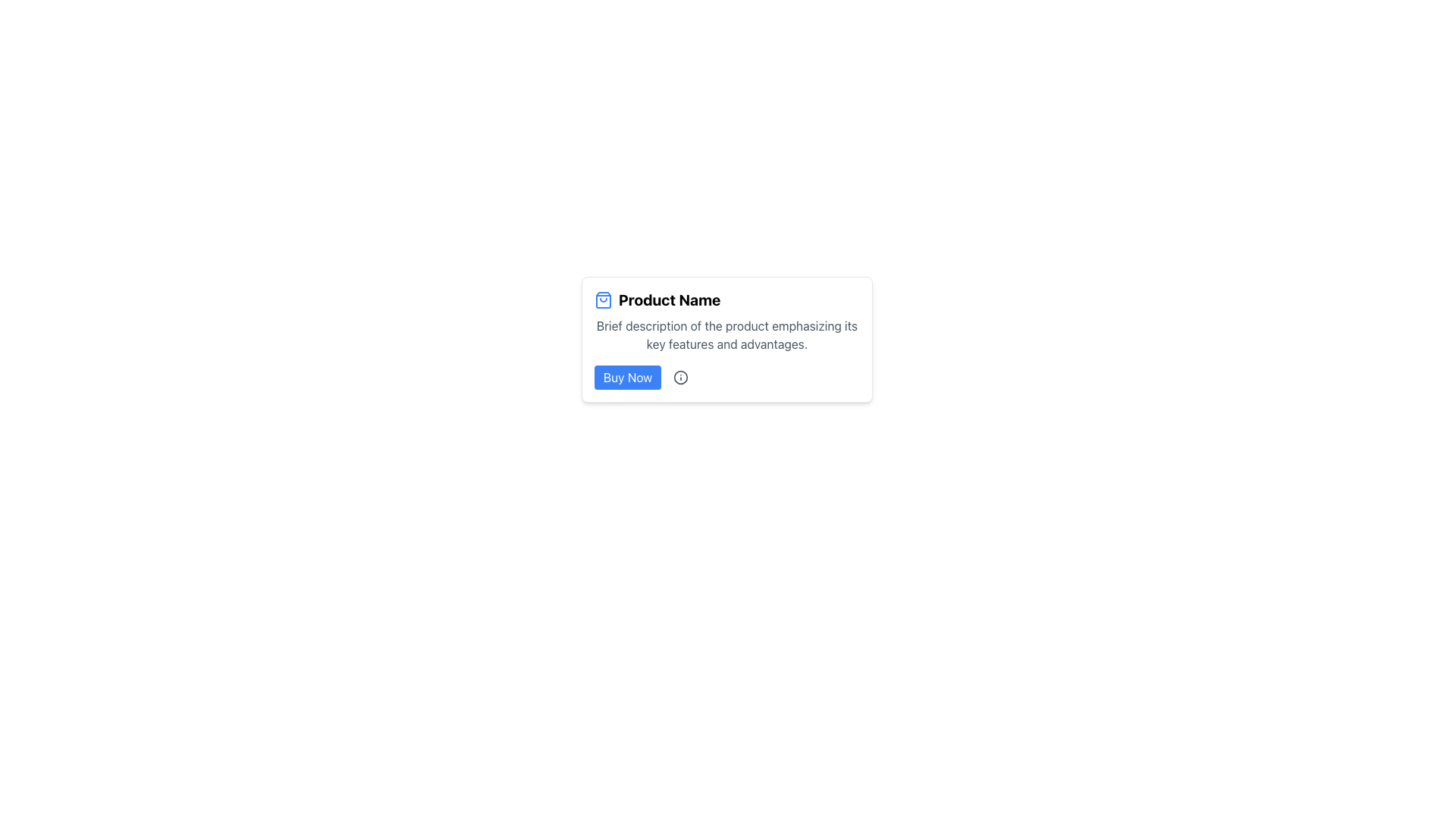 The width and height of the screenshot is (1456, 819). What do you see at coordinates (679, 376) in the screenshot?
I see `the icon that provides additional information about the product, located to the right of the 'Buy Now' button` at bounding box center [679, 376].